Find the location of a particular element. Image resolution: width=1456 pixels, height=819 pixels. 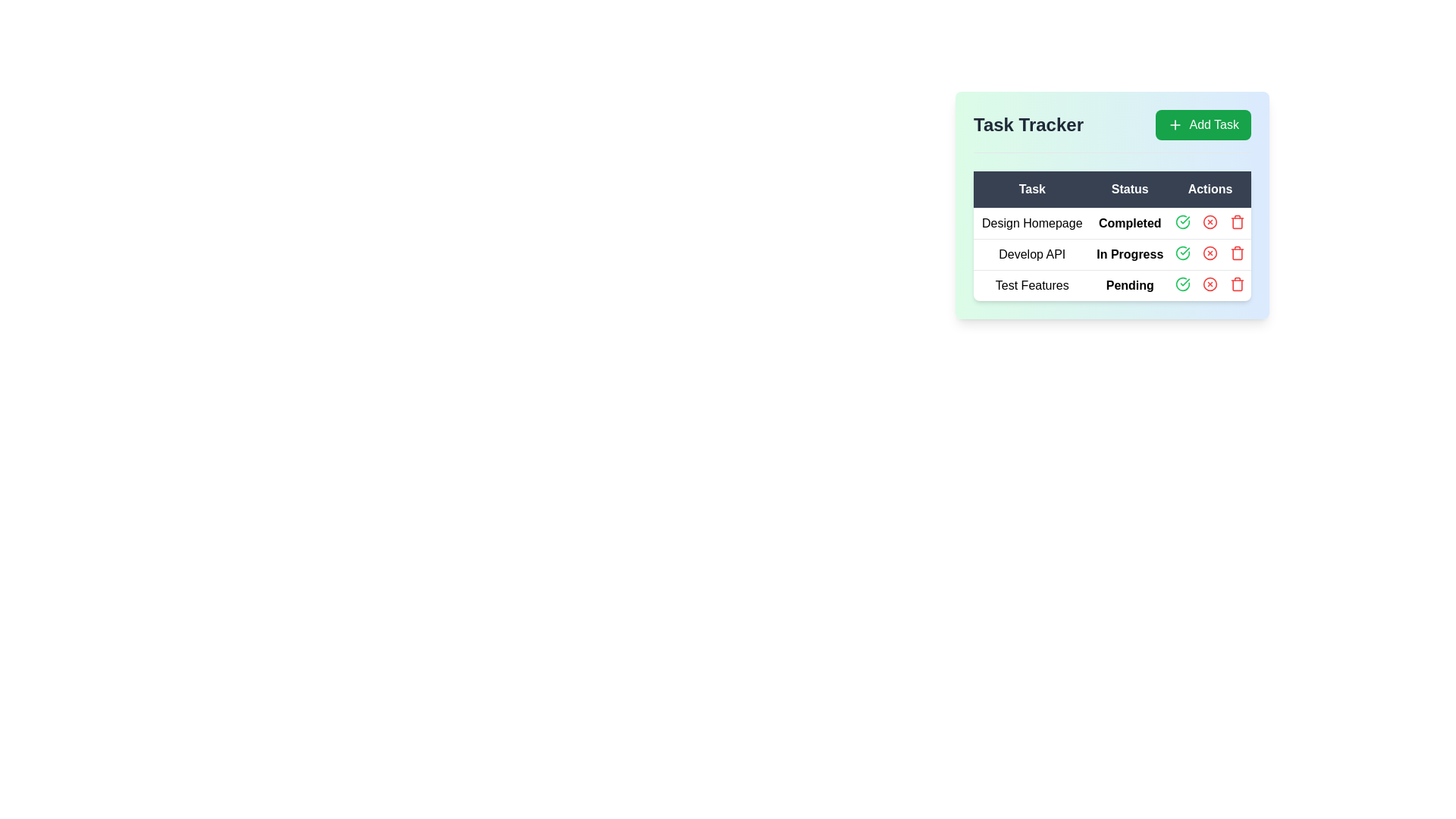

the cancel icon button for the 'Develop API' task in the 'Actions' column of the 'Task Tracker' table is located at coordinates (1210, 253).